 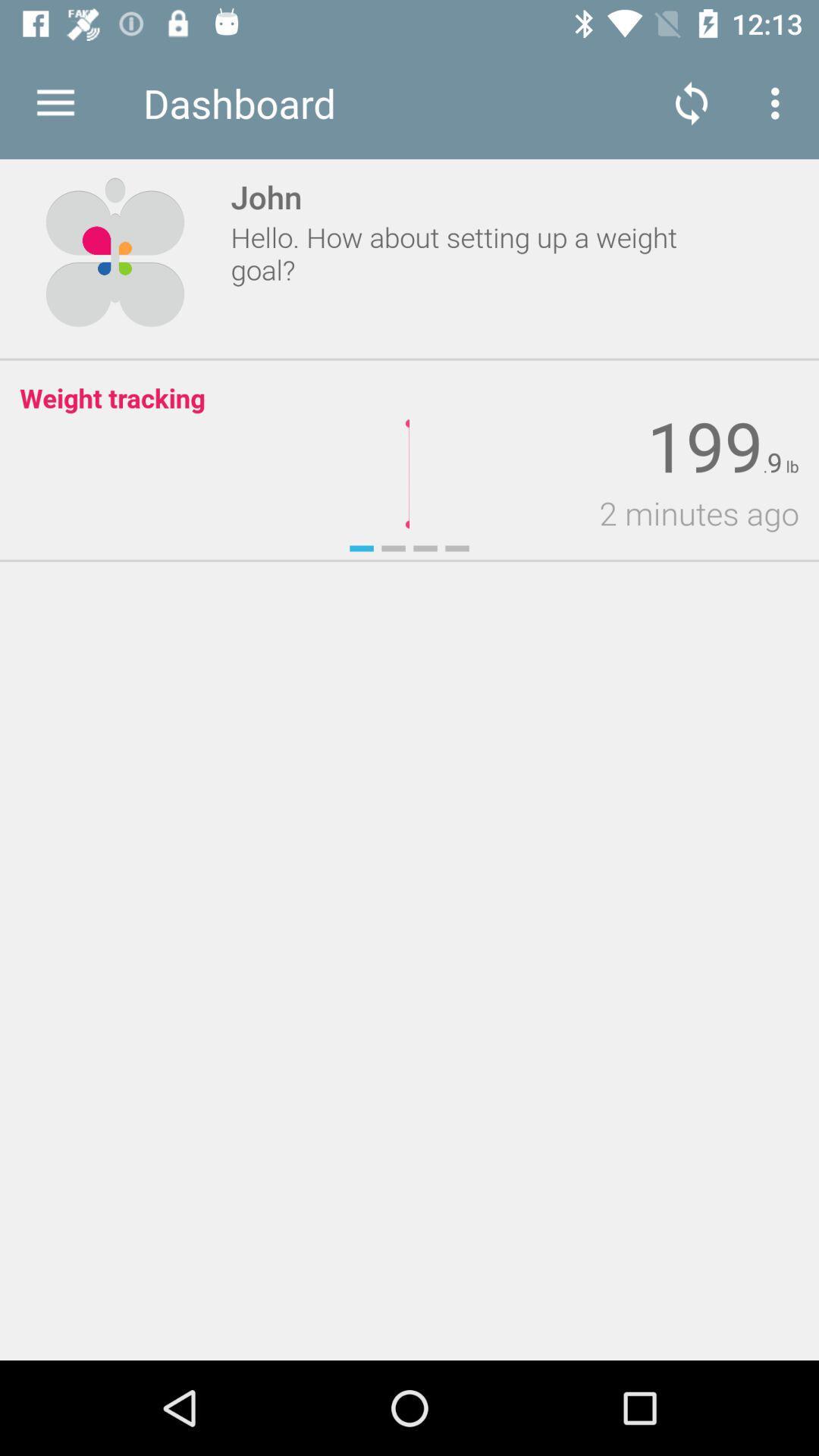 What do you see at coordinates (111, 397) in the screenshot?
I see `weight tracking` at bounding box center [111, 397].